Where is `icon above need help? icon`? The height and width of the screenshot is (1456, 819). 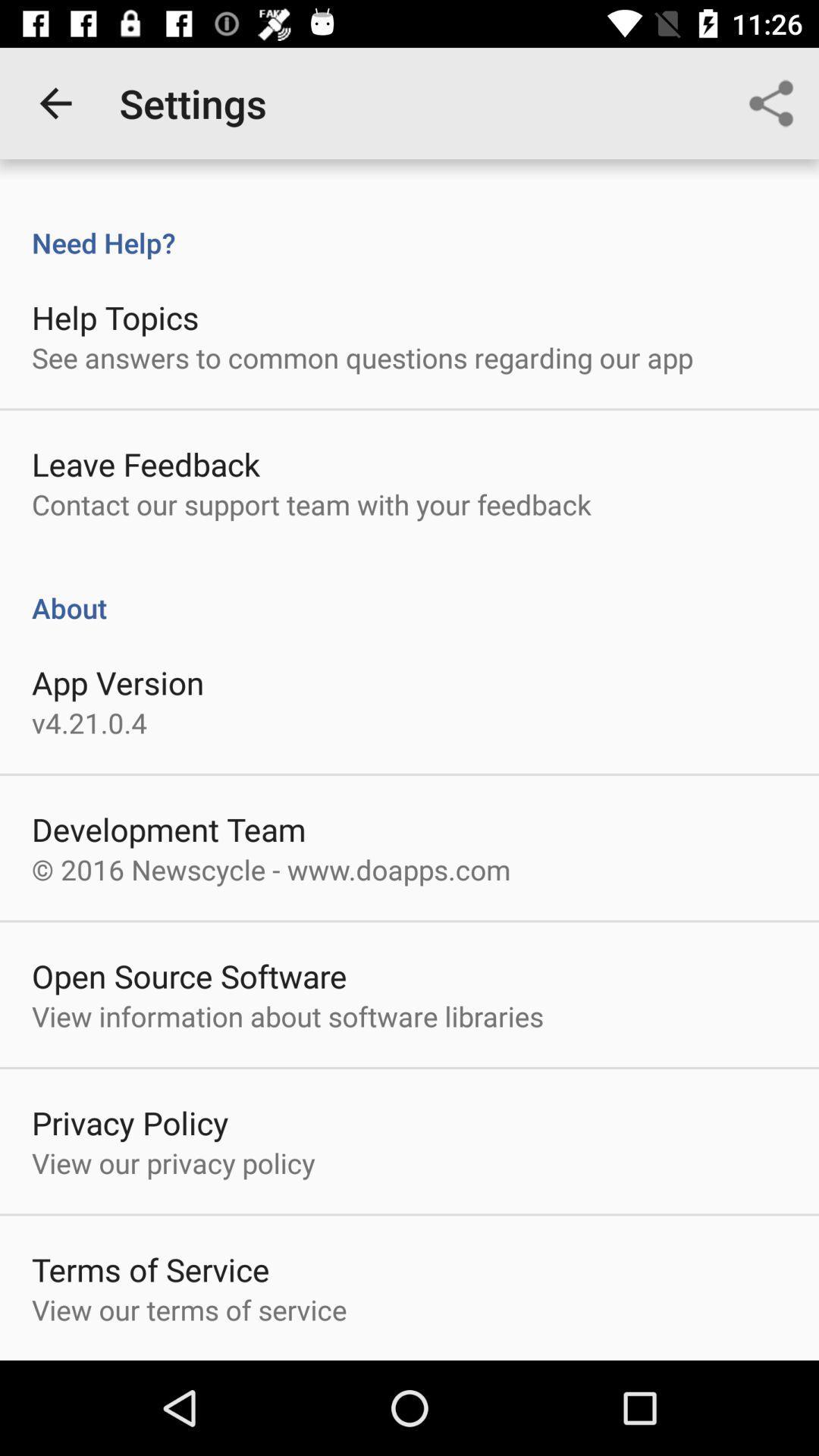
icon above need help? icon is located at coordinates (771, 102).